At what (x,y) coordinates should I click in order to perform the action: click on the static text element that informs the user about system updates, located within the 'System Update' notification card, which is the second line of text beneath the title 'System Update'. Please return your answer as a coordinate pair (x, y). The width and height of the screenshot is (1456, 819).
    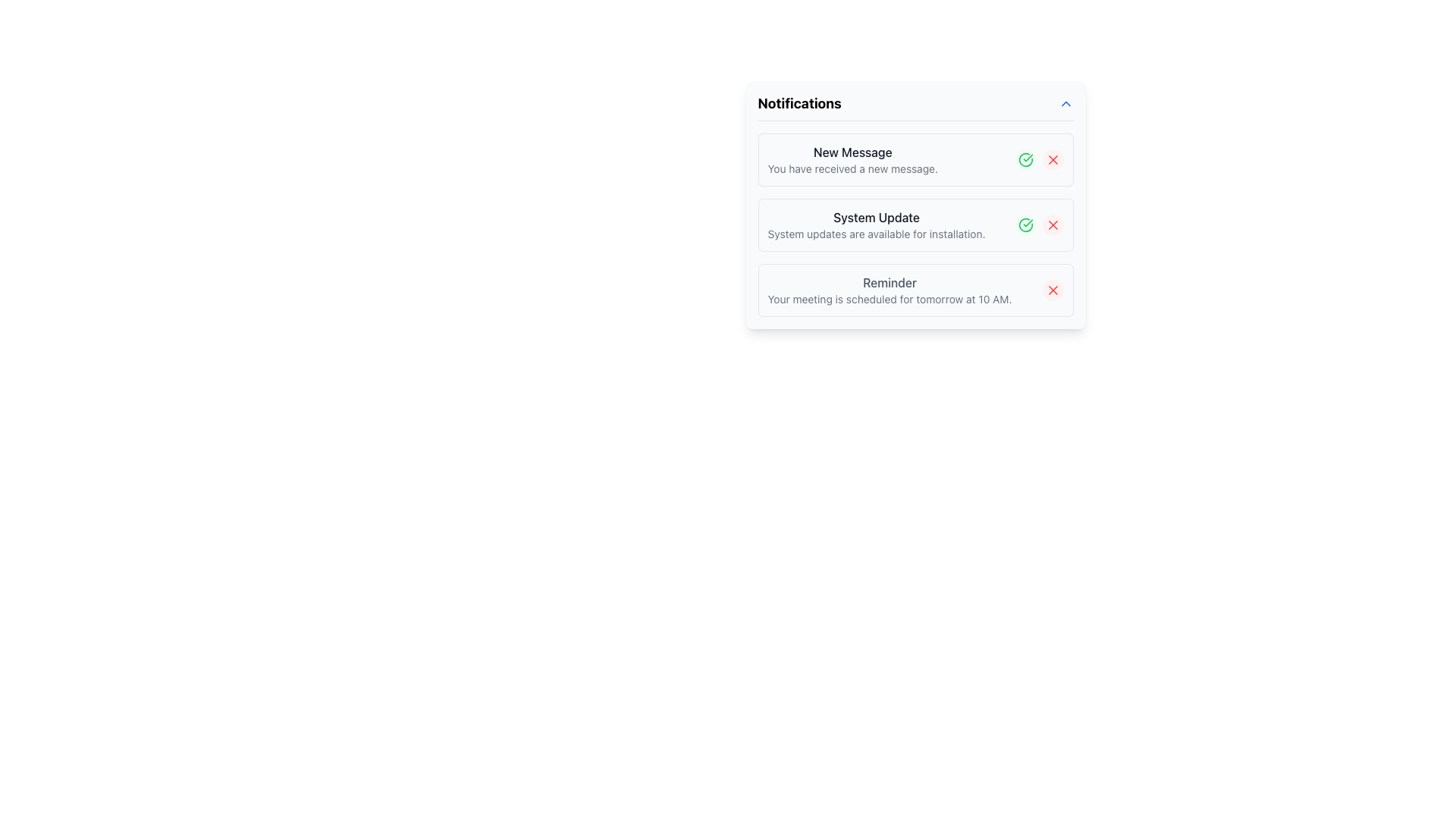
    Looking at the image, I should click on (877, 234).